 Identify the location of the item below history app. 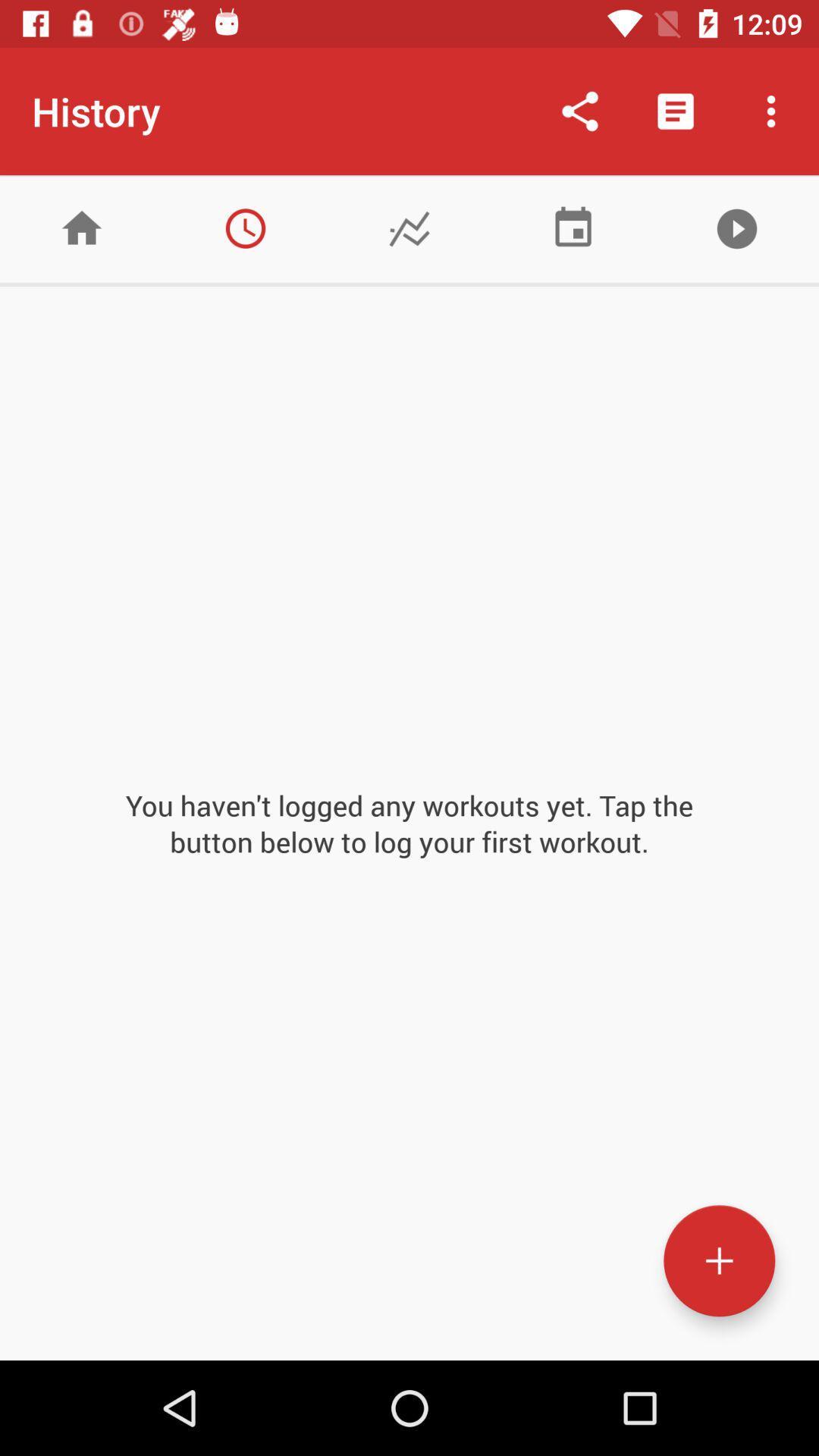
(245, 227).